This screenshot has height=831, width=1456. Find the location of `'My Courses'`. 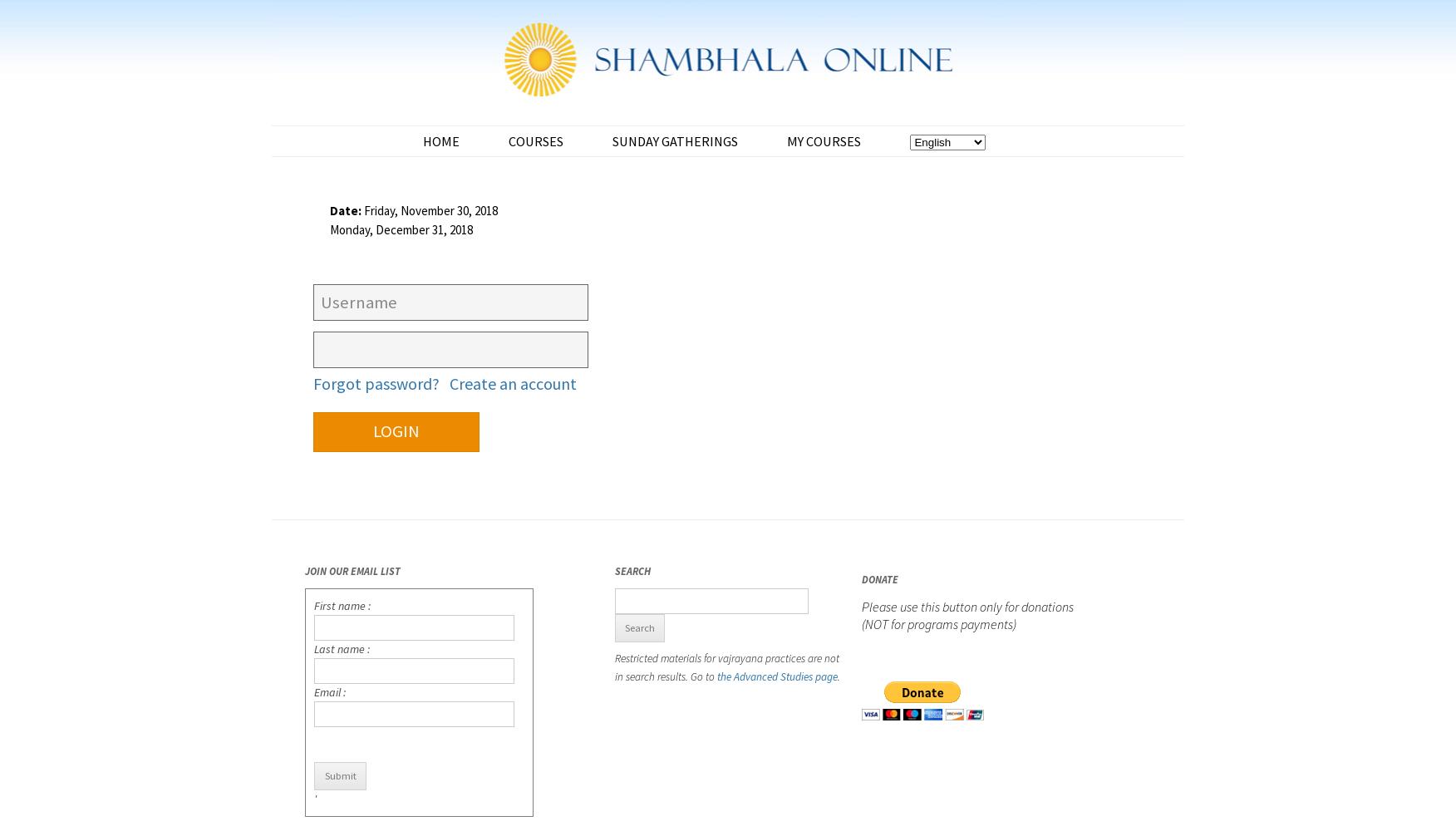

'My Courses' is located at coordinates (823, 140).